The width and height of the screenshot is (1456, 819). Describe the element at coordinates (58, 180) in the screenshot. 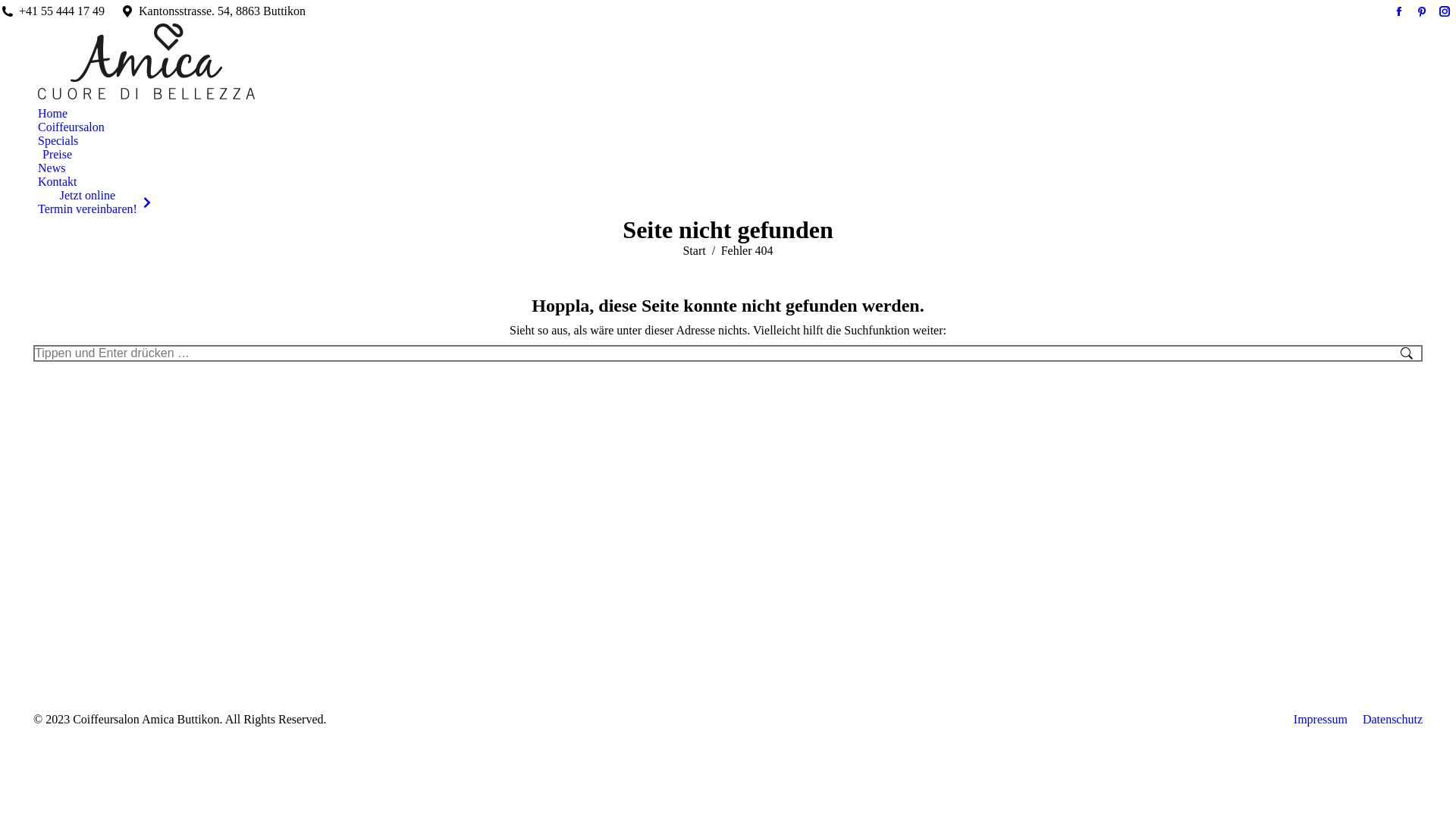

I see `'Kontakt'` at that location.